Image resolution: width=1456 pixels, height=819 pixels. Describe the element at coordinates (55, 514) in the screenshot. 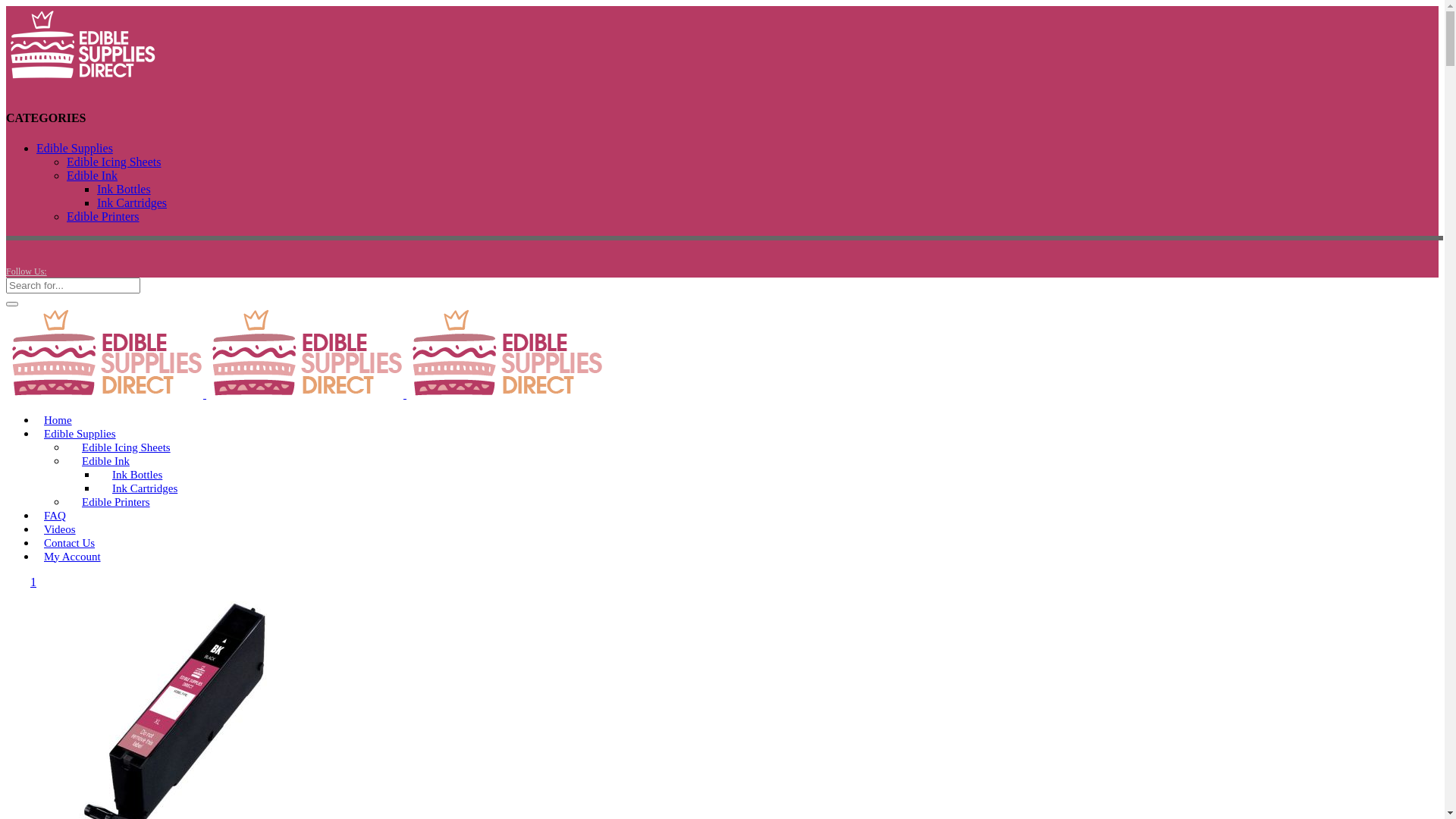

I see `'FAQ'` at that location.